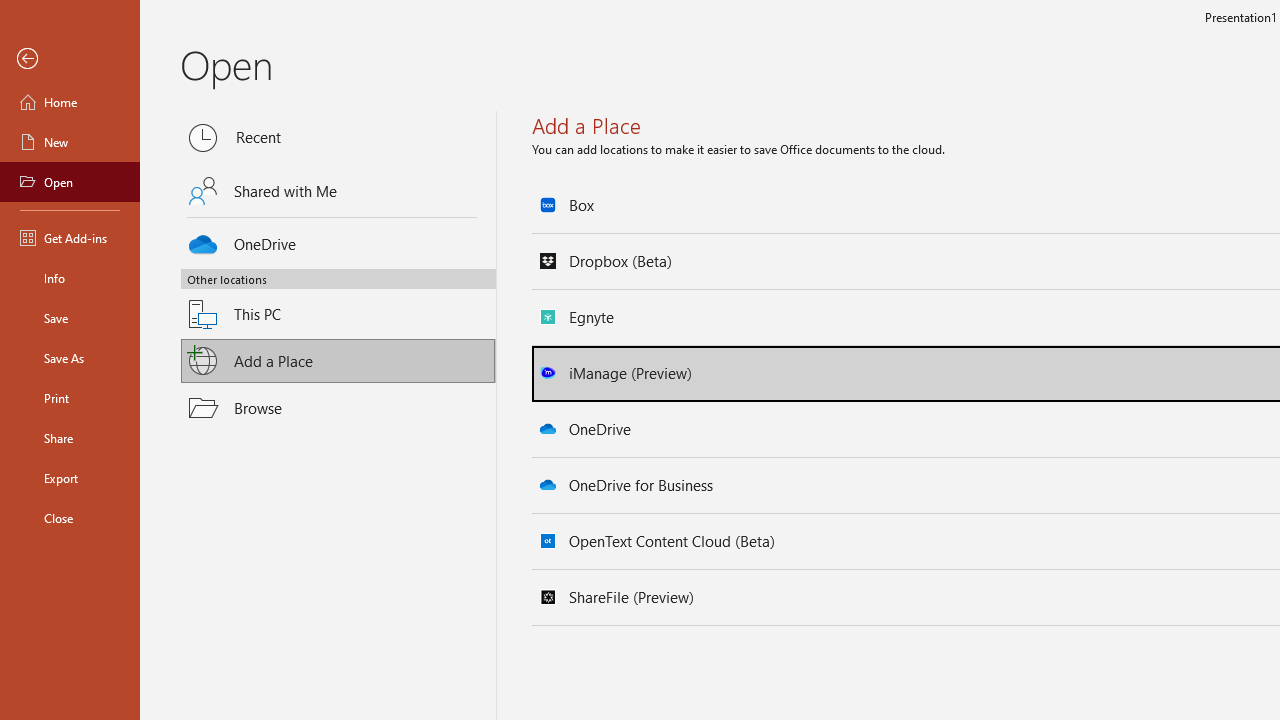  I want to click on 'Back', so click(69, 58).